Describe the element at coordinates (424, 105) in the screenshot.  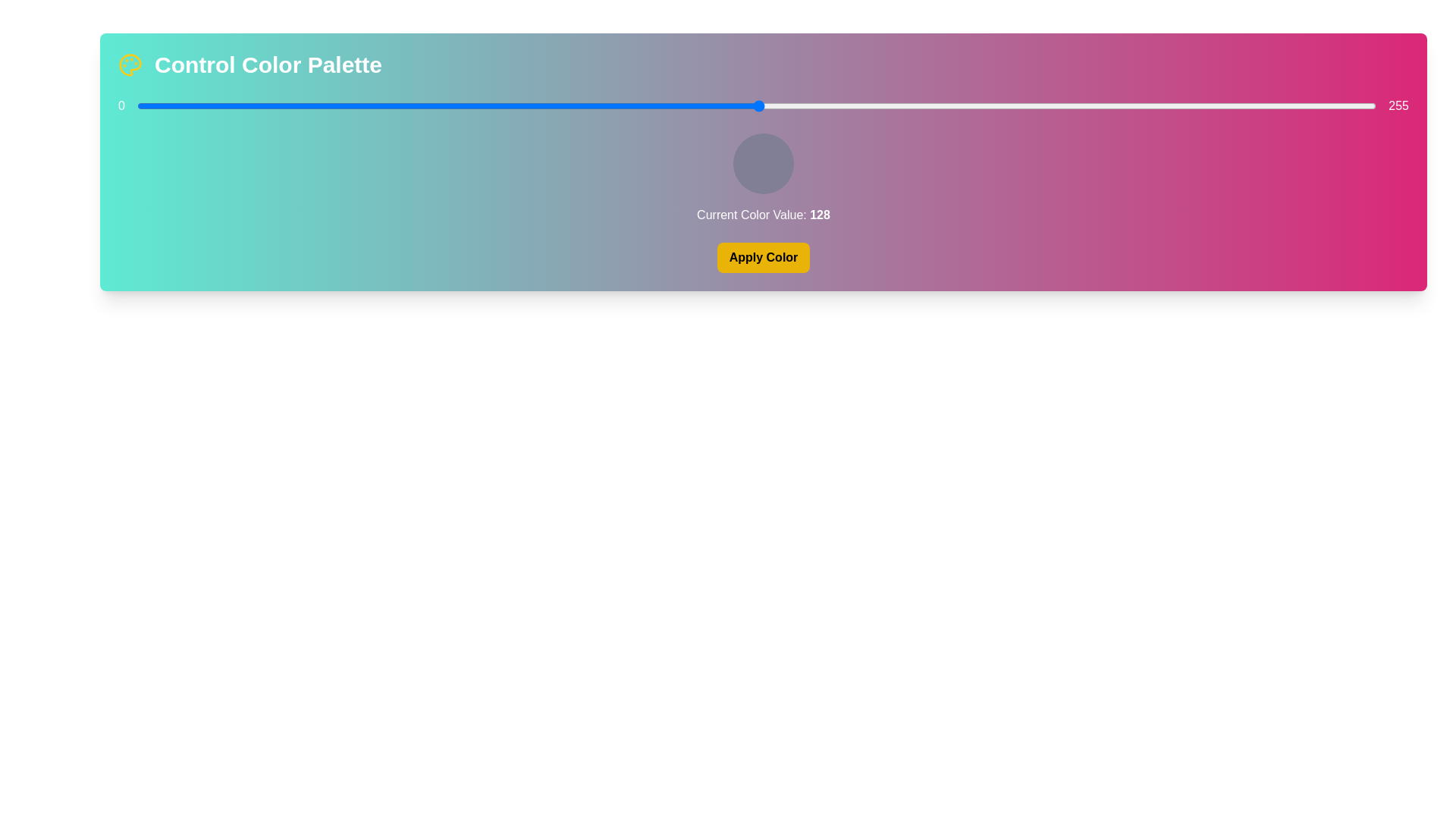
I see `the color slider to set the color value to 59` at that location.